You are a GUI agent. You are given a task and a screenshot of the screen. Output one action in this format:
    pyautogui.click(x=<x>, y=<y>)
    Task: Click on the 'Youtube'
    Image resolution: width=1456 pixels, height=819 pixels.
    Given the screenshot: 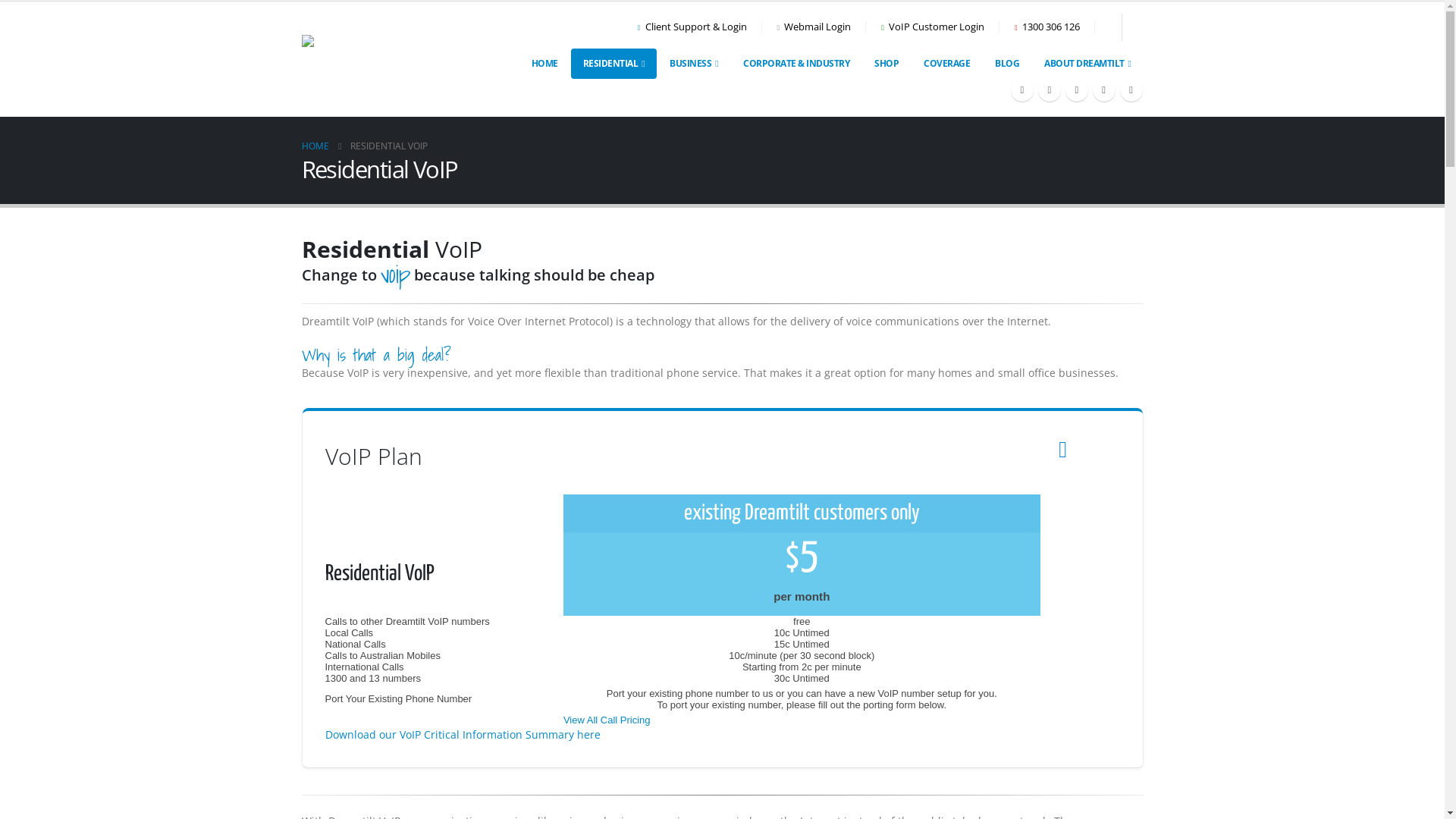 What is the action you would take?
    pyautogui.click(x=1063, y=90)
    